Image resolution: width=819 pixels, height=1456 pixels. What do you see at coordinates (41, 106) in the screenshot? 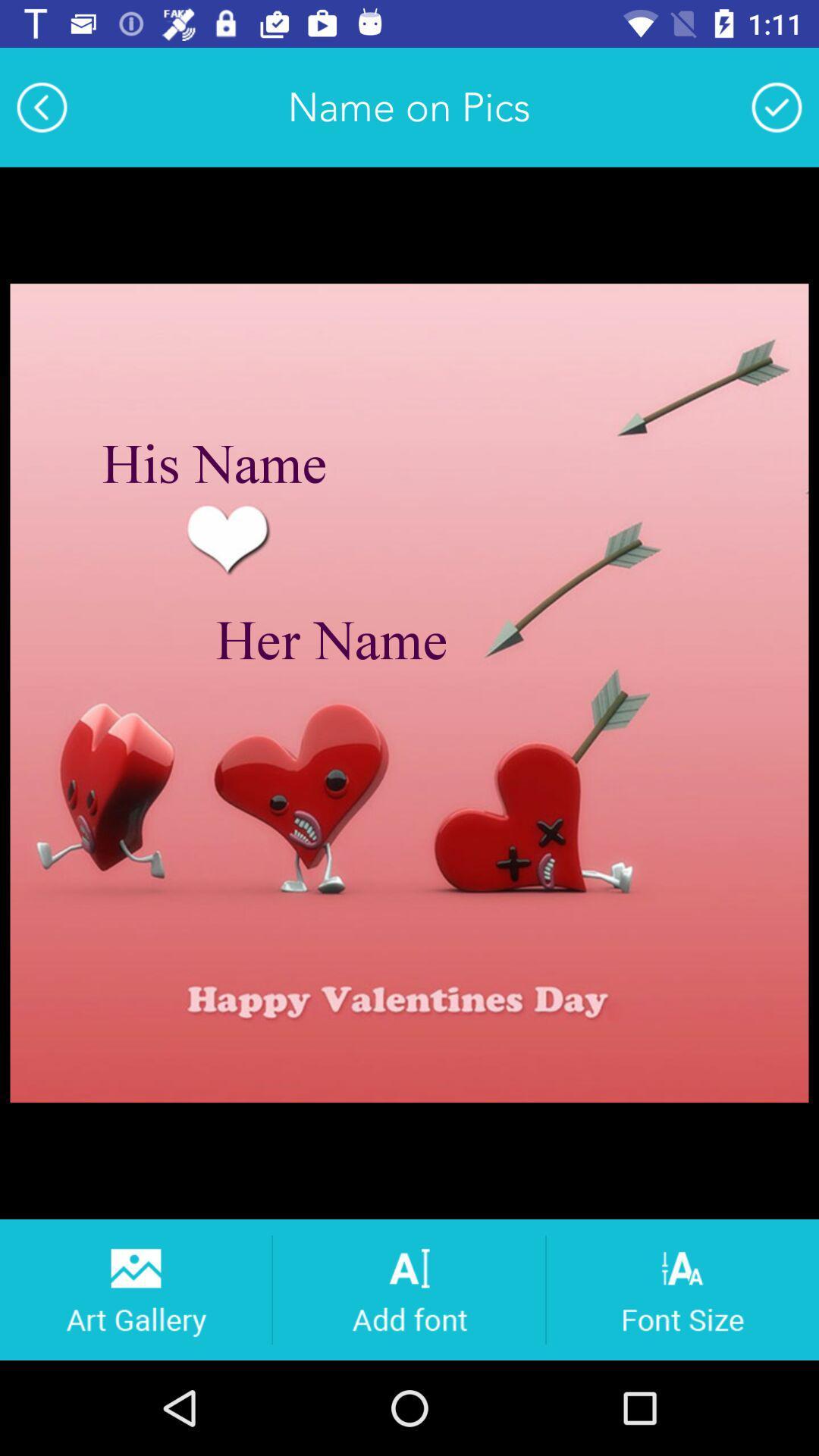
I see `return to previous page` at bounding box center [41, 106].